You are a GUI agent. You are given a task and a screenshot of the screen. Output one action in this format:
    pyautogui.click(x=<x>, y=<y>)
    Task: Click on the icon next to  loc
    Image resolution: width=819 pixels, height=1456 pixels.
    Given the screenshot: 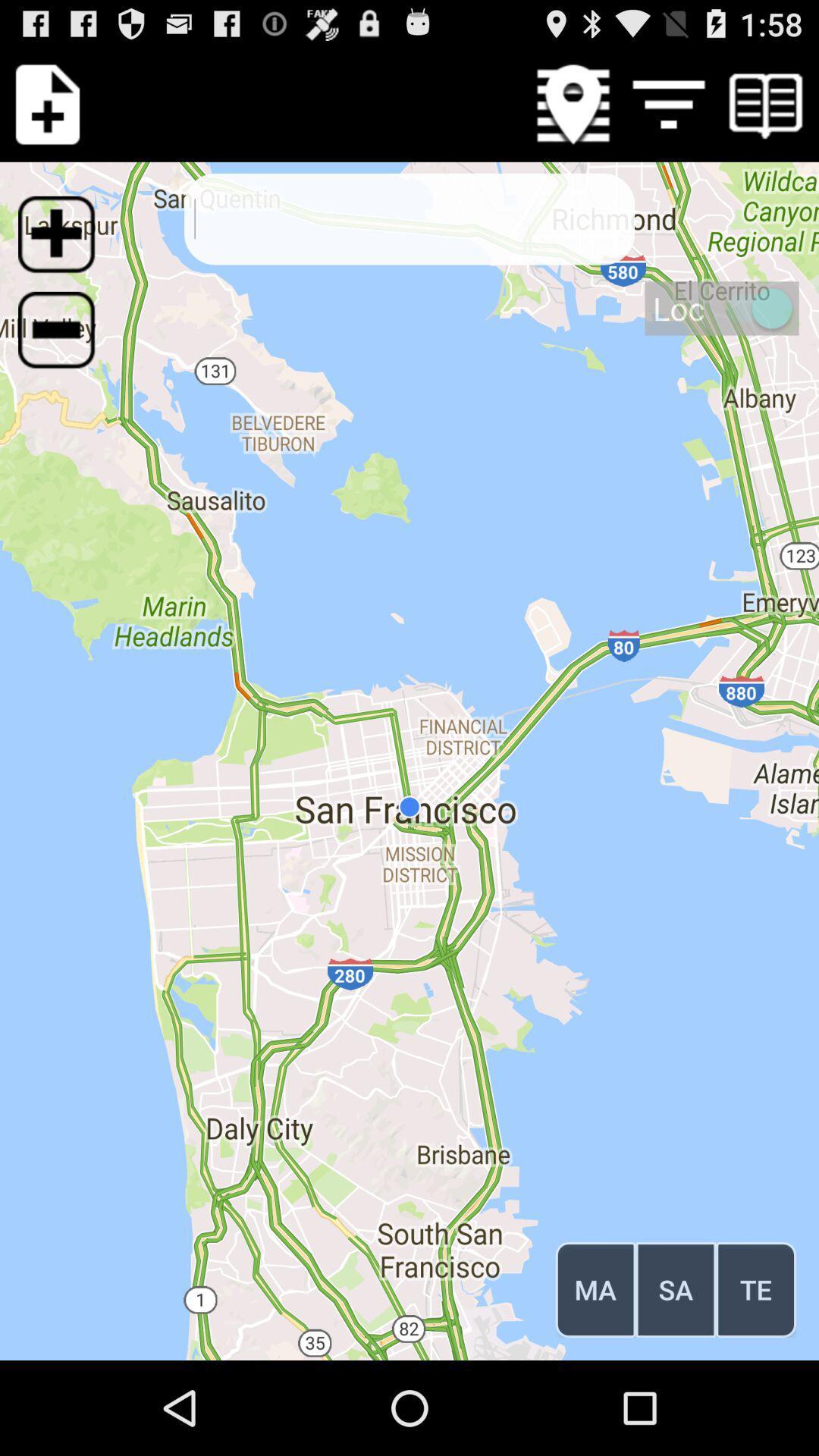 What is the action you would take?
    pyautogui.click(x=65, y=338)
    